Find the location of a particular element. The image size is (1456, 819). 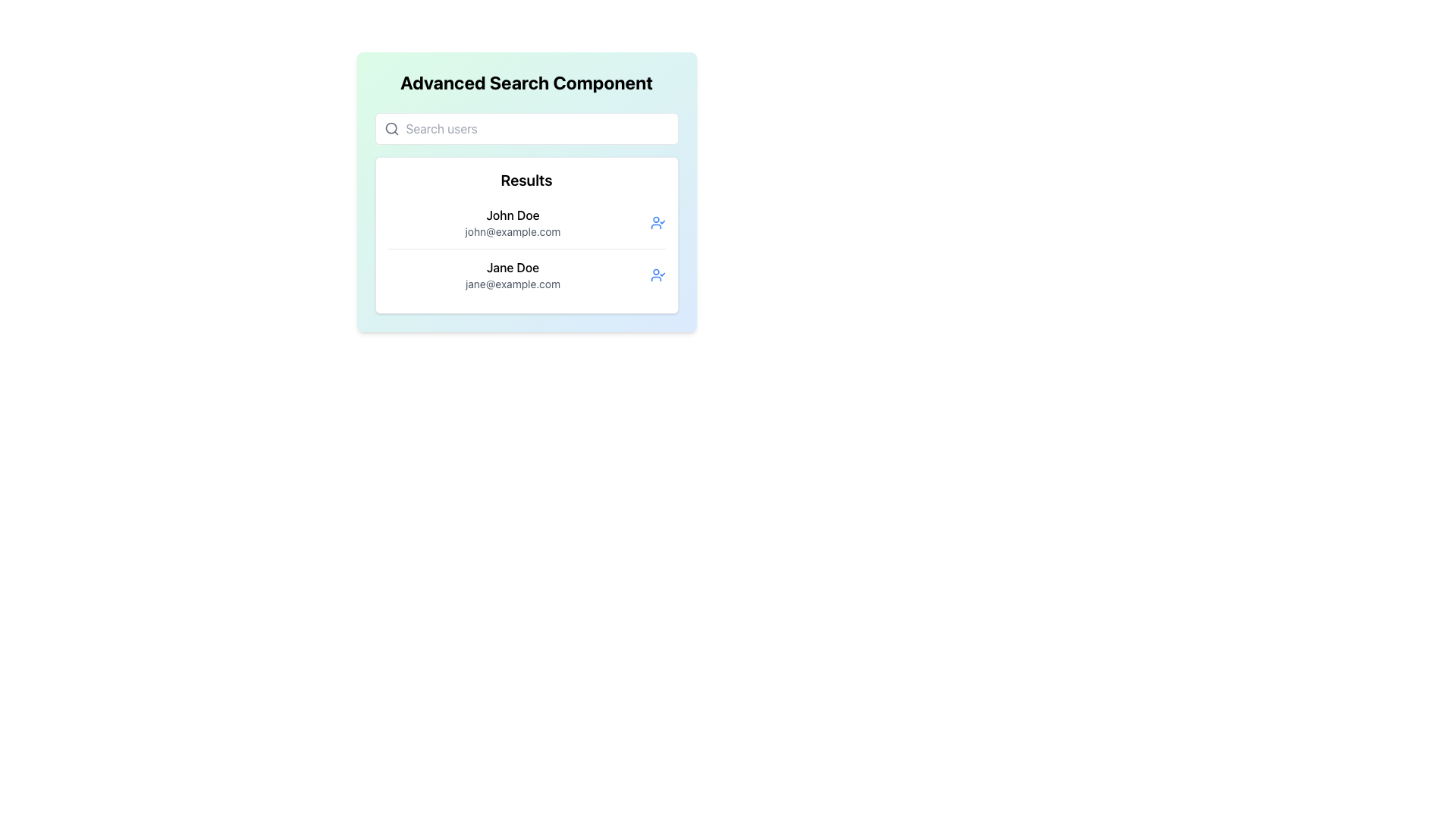

the center of the first entry in the results list, which displays the name and email address of a user entry, located below the heading 'Results' is located at coordinates (513, 222).